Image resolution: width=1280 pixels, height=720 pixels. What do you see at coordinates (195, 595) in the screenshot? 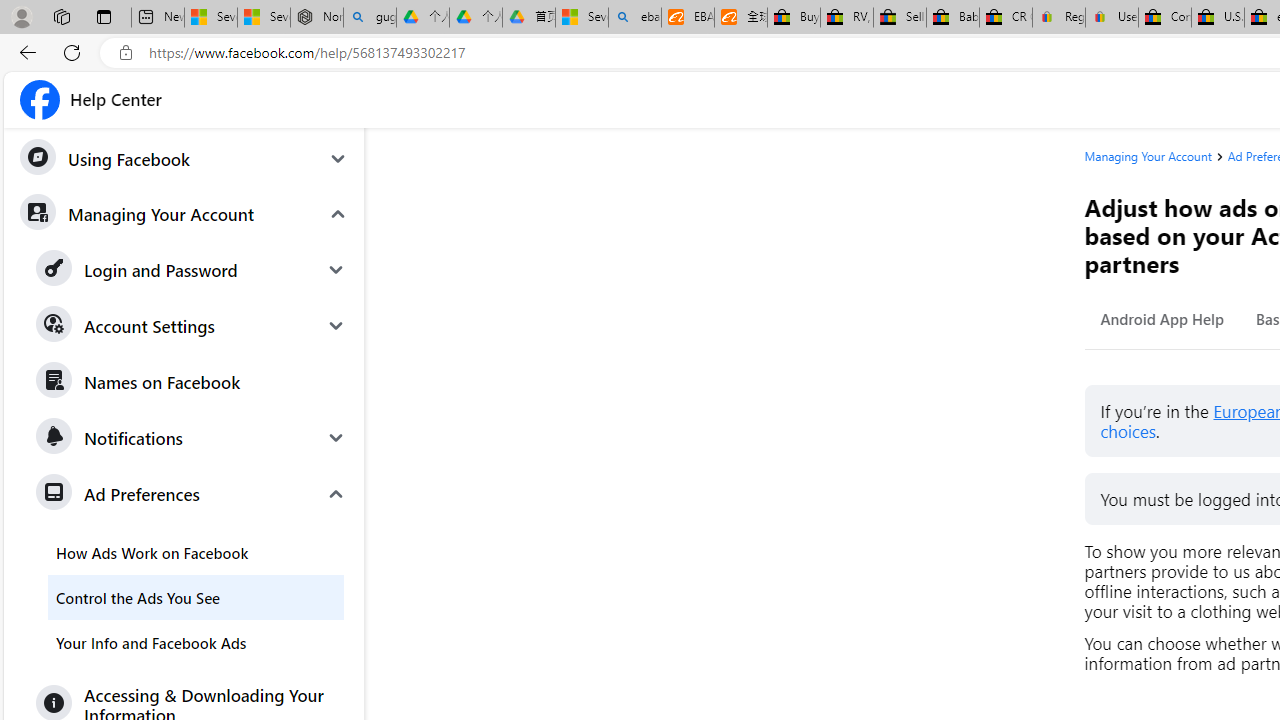
I see `'Control the Ads You See'` at bounding box center [195, 595].